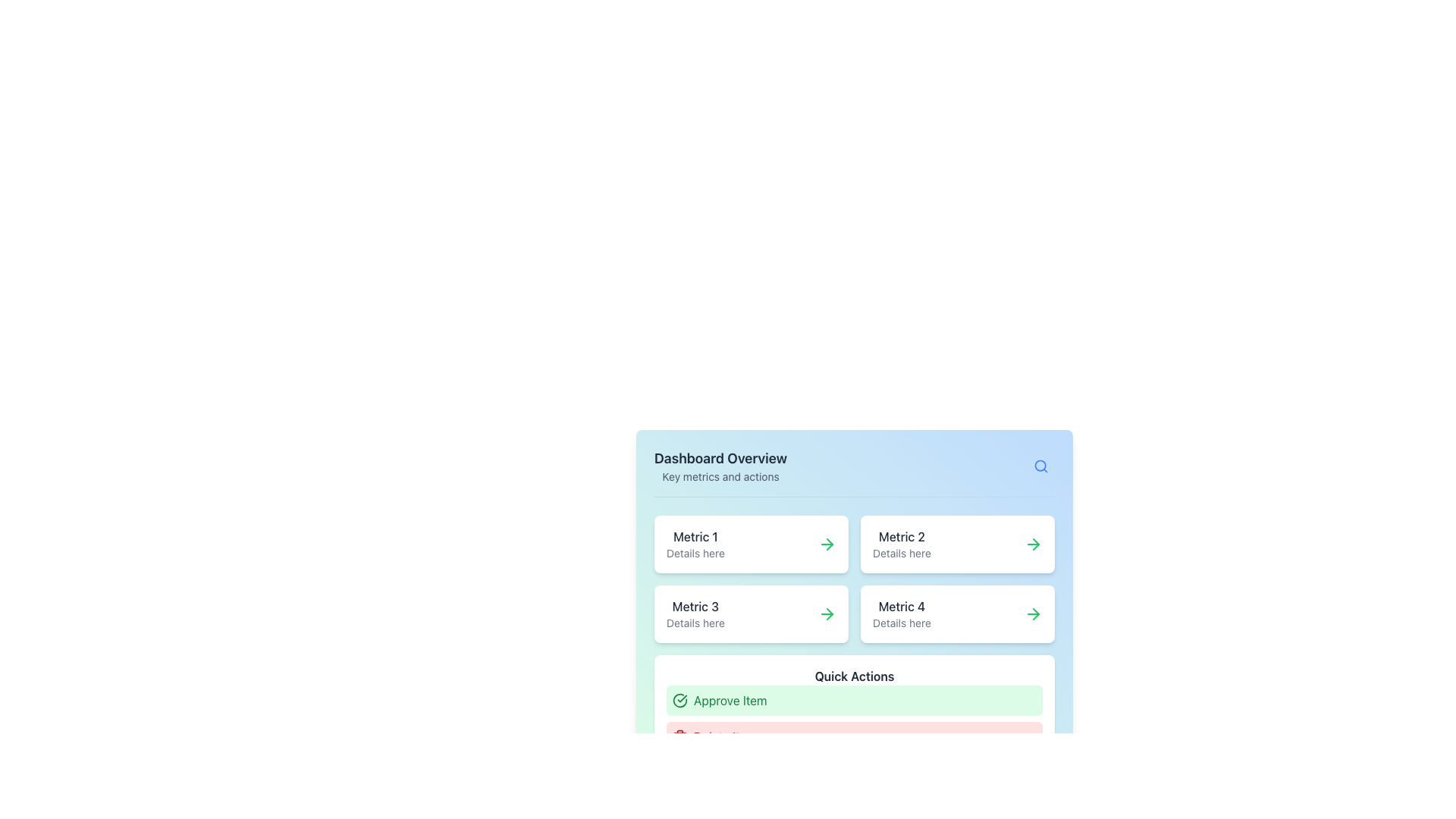  What do you see at coordinates (1040, 465) in the screenshot?
I see `the icon button located near the top right corner of the blue header section` at bounding box center [1040, 465].